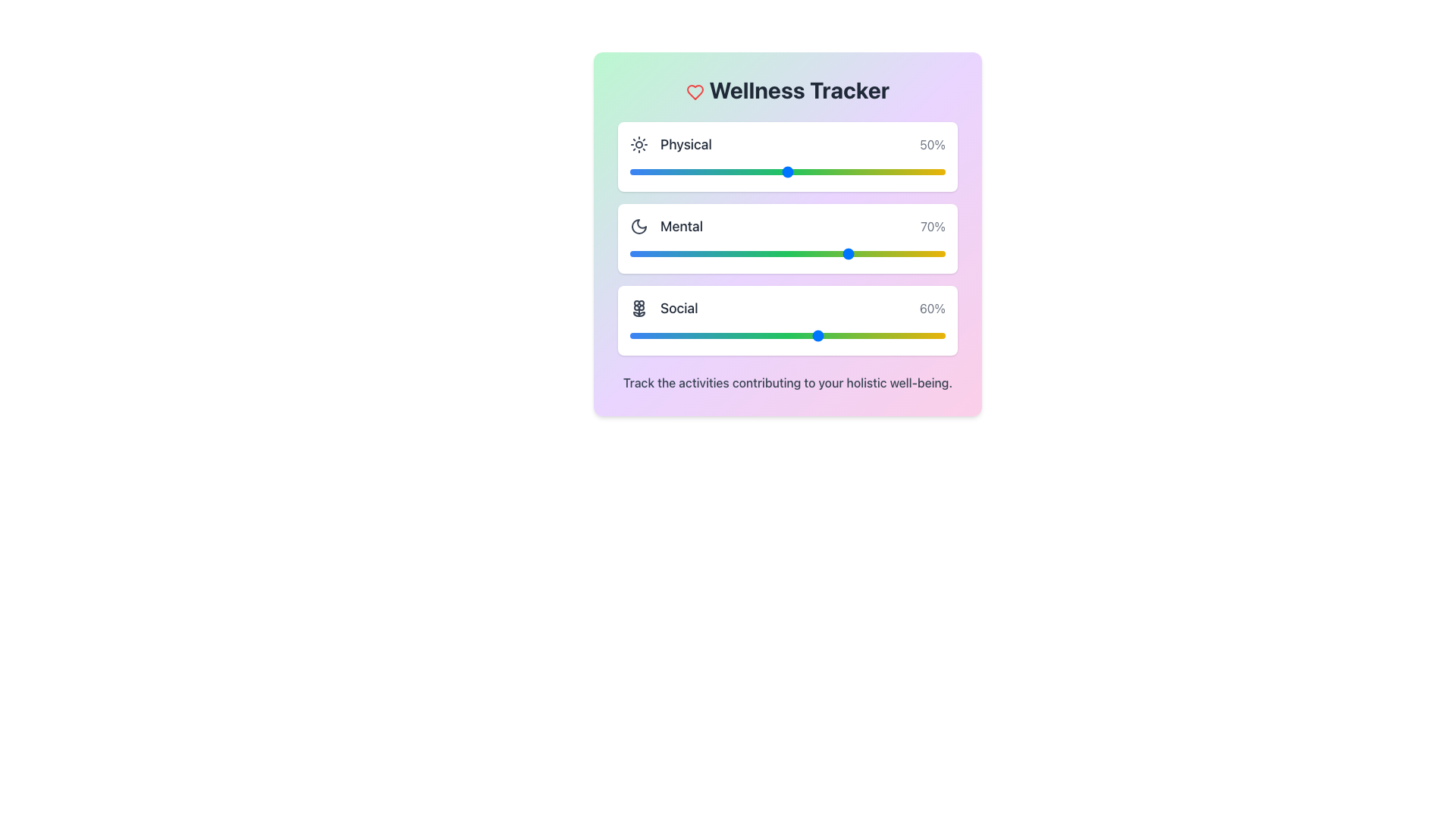 The height and width of the screenshot is (819, 1456). What do you see at coordinates (633, 335) in the screenshot?
I see `the social well-being percentage` at bounding box center [633, 335].